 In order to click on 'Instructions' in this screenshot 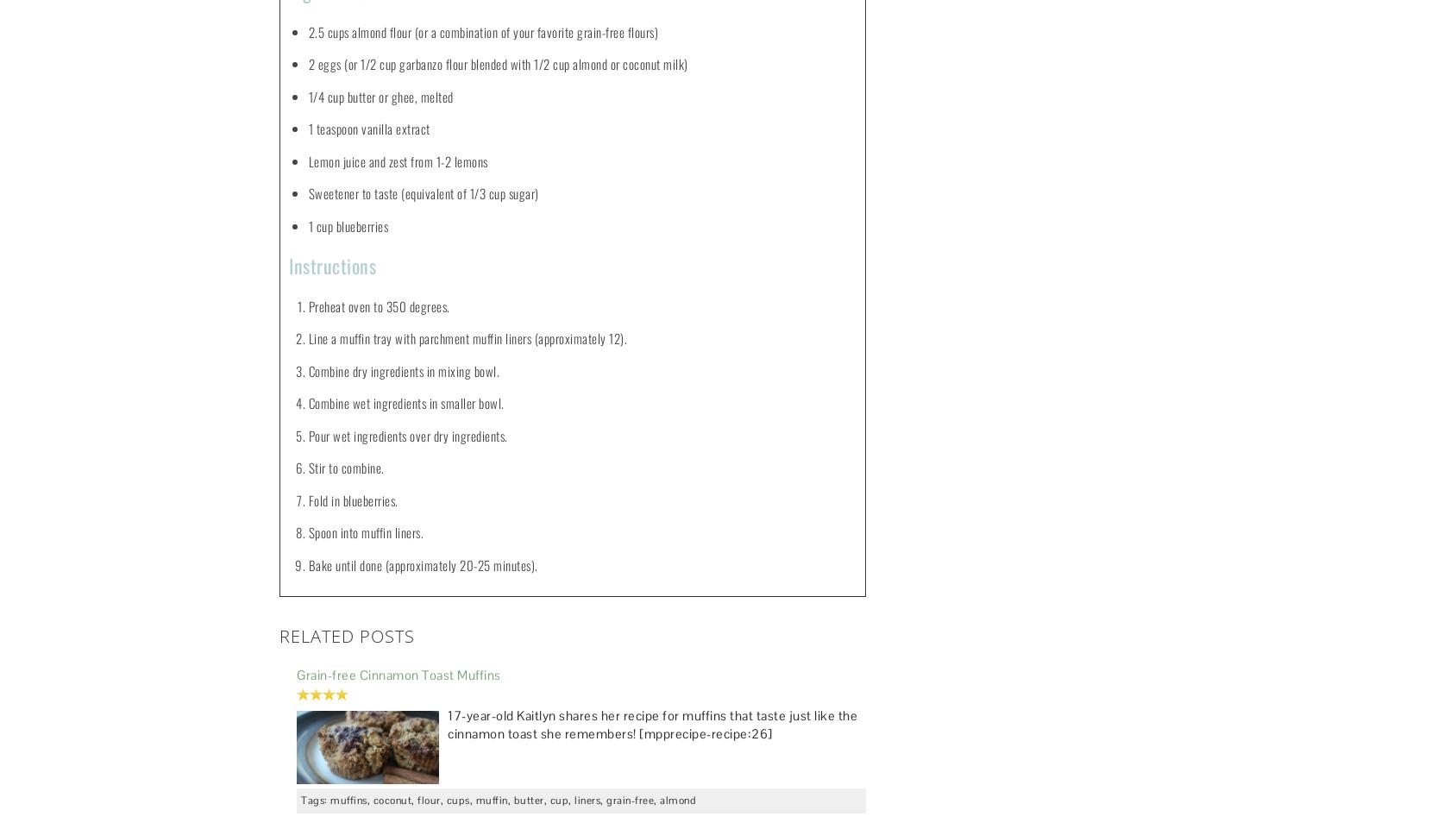, I will do `click(332, 266)`.